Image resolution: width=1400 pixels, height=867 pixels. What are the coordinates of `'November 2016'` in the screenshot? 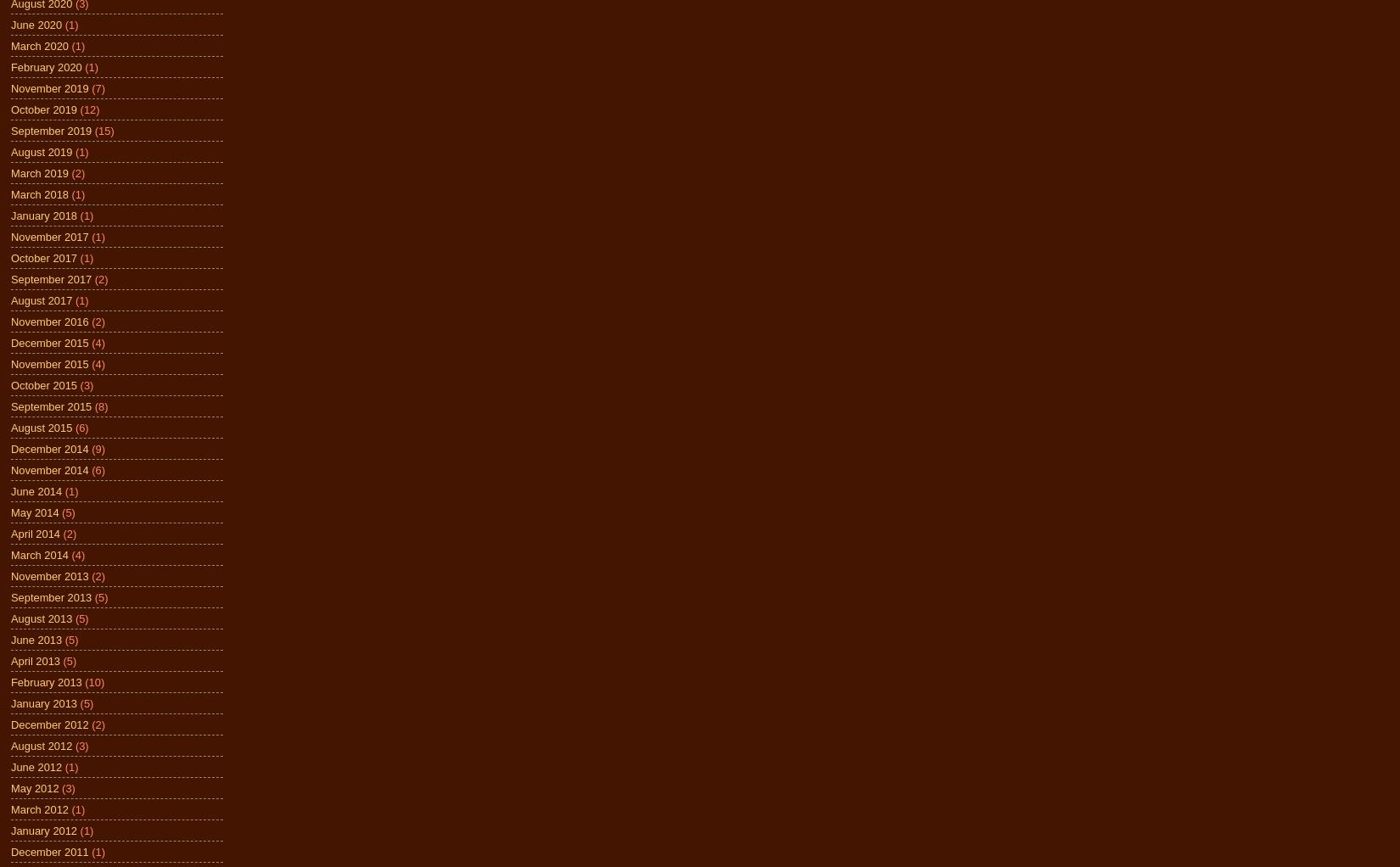 It's located at (49, 320).